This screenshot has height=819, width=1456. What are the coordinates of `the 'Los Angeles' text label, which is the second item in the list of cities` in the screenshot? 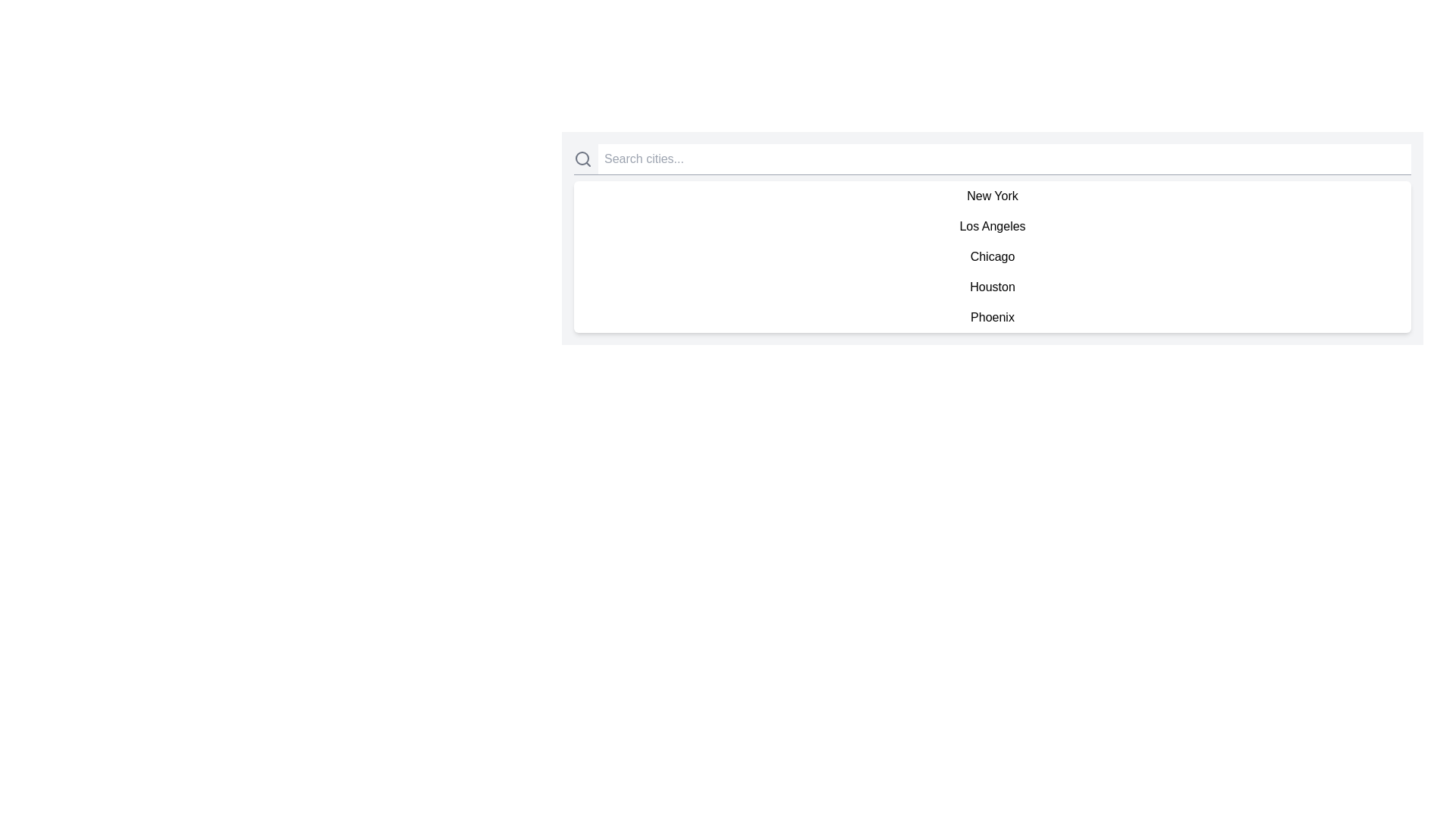 It's located at (993, 227).